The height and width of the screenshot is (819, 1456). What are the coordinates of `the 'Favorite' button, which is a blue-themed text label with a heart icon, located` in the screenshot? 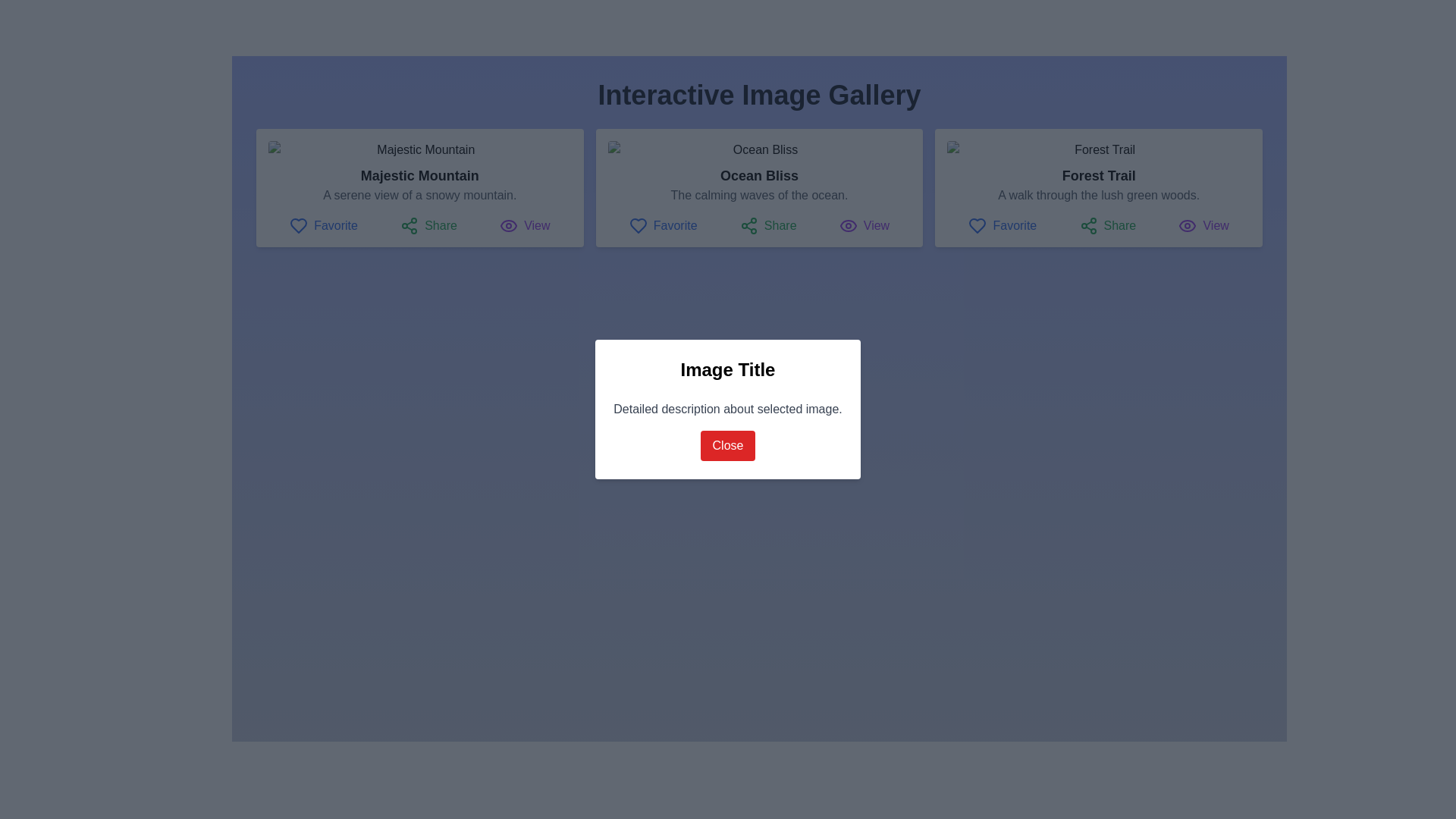 It's located at (662, 225).